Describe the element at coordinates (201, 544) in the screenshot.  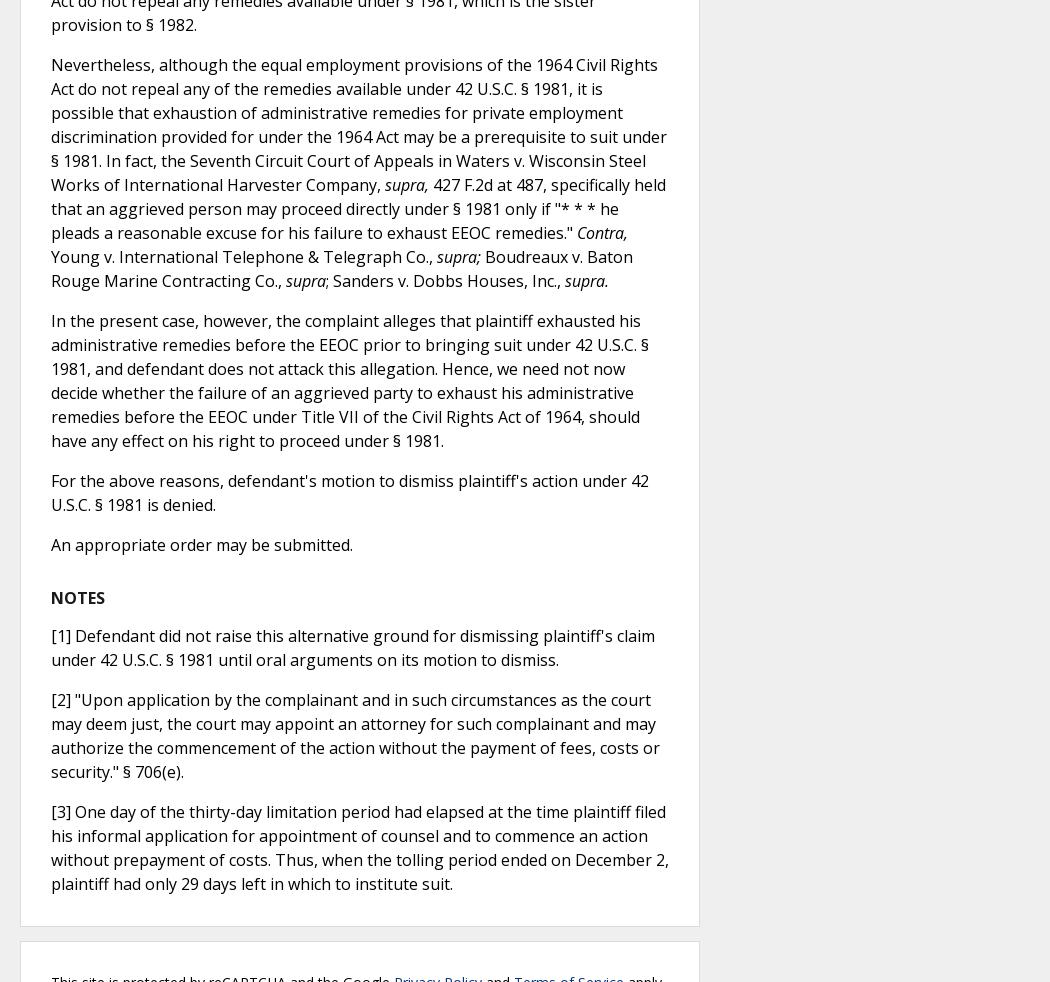
I see `'An appropriate order may be submitted.'` at that location.